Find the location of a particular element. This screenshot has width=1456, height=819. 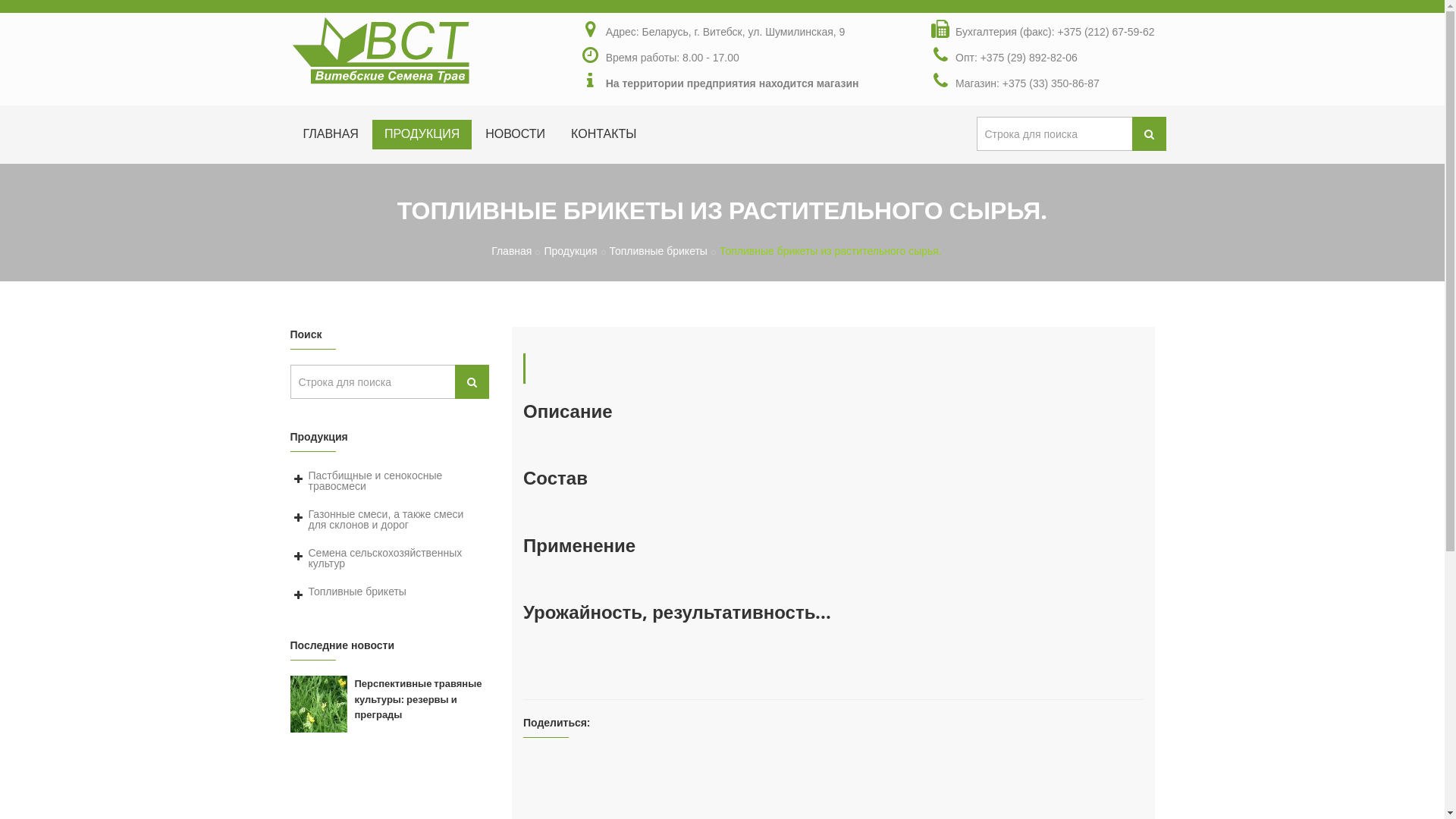

'+375 (212) 67-59-62' is located at coordinates (1106, 32).